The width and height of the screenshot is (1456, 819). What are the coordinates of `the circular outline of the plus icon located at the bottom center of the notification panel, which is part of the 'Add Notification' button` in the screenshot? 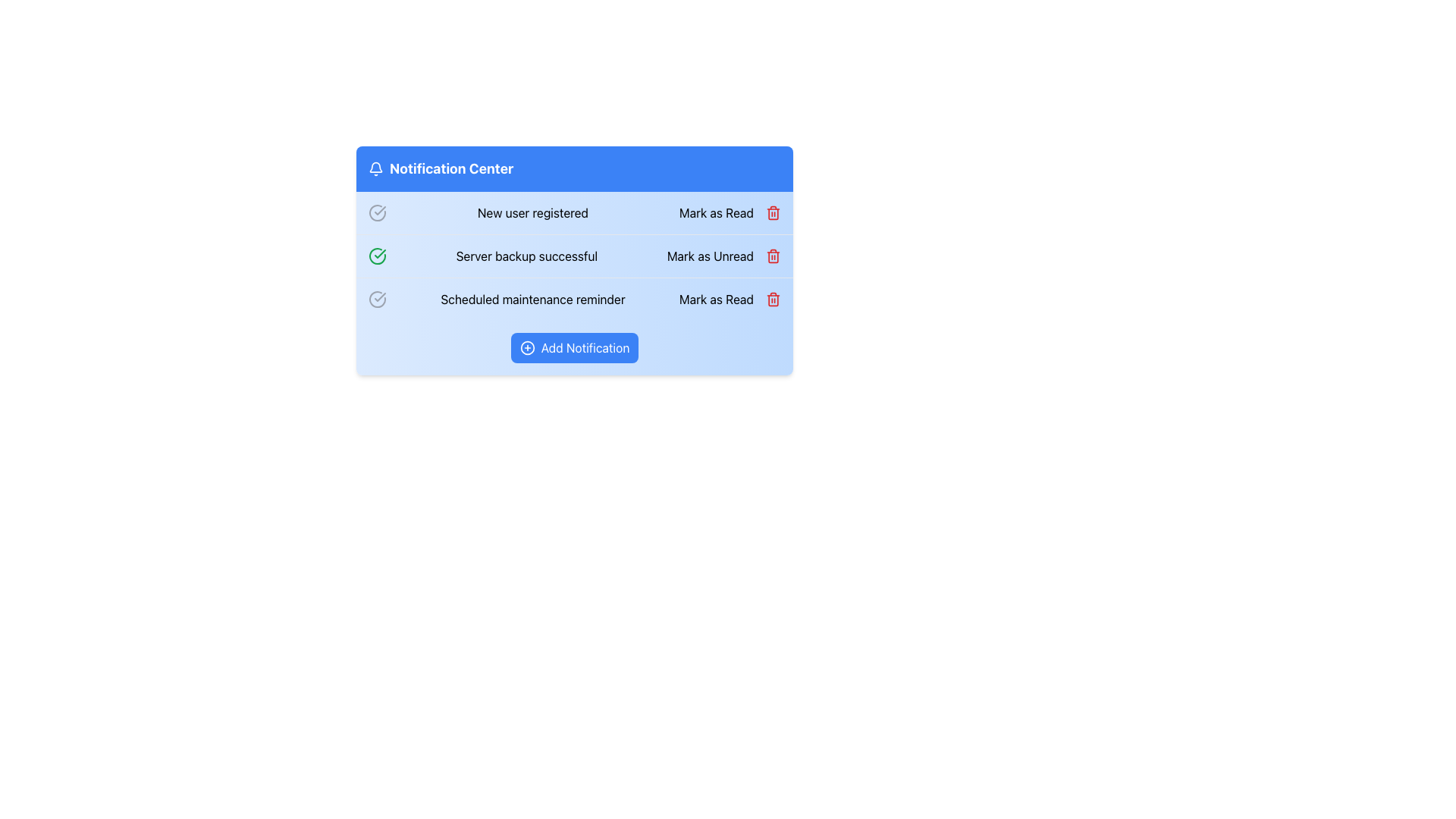 It's located at (527, 348).